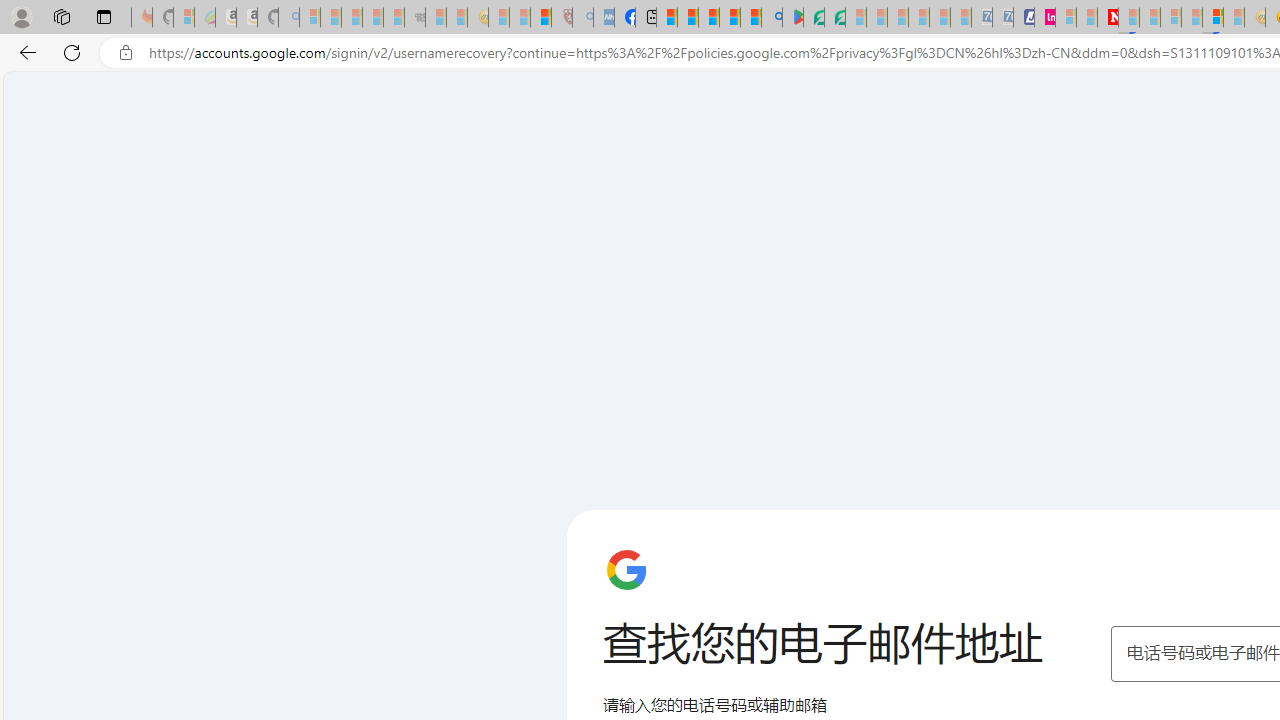 This screenshot has width=1280, height=720. What do you see at coordinates (541, 17) in the screenshot?
I see `'Local - MSN'` at bounding box center [541, 17].